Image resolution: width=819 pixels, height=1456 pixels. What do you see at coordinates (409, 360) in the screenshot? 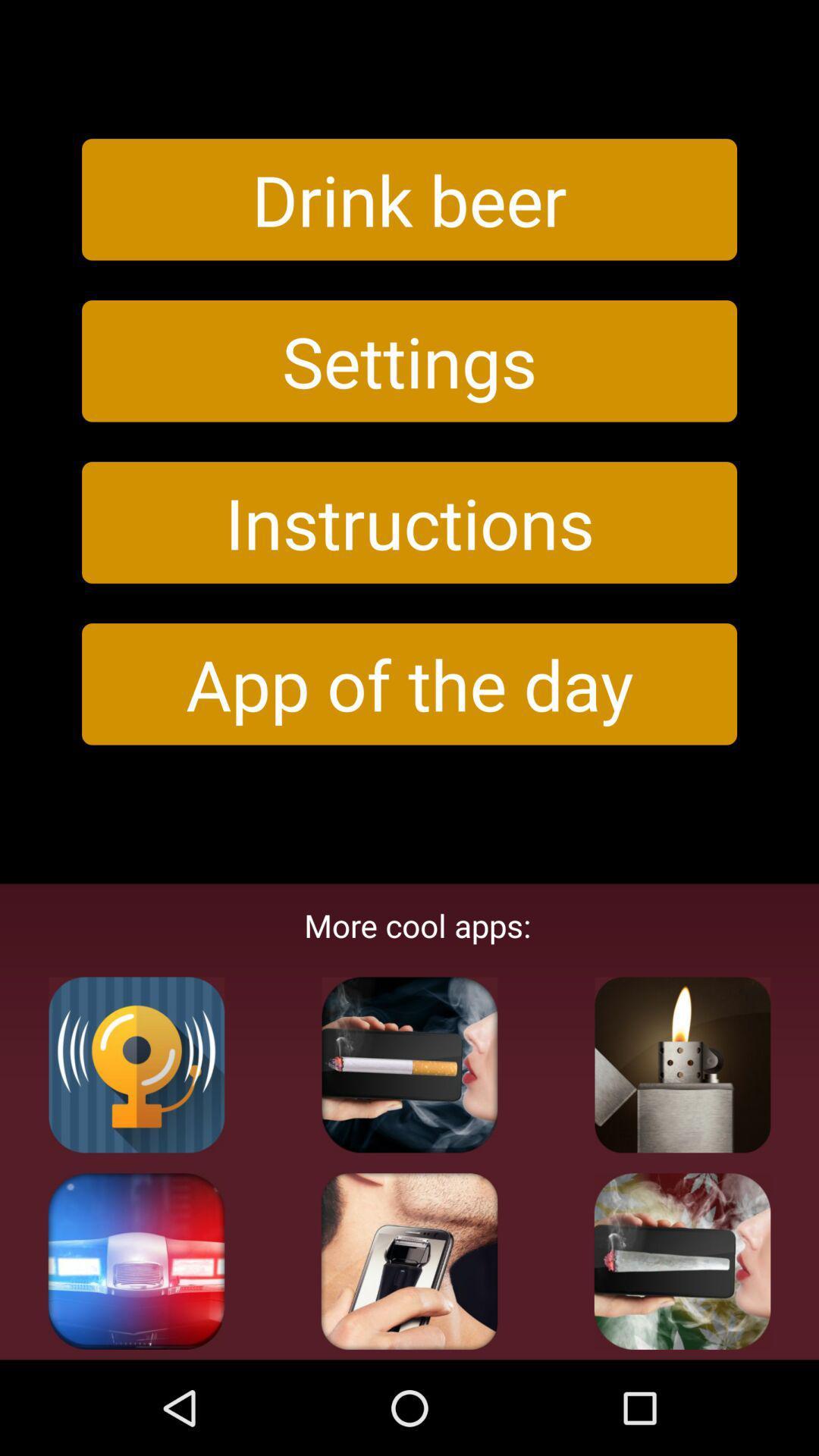
I see `button above instructions icon` at bounding box center [409, 360].